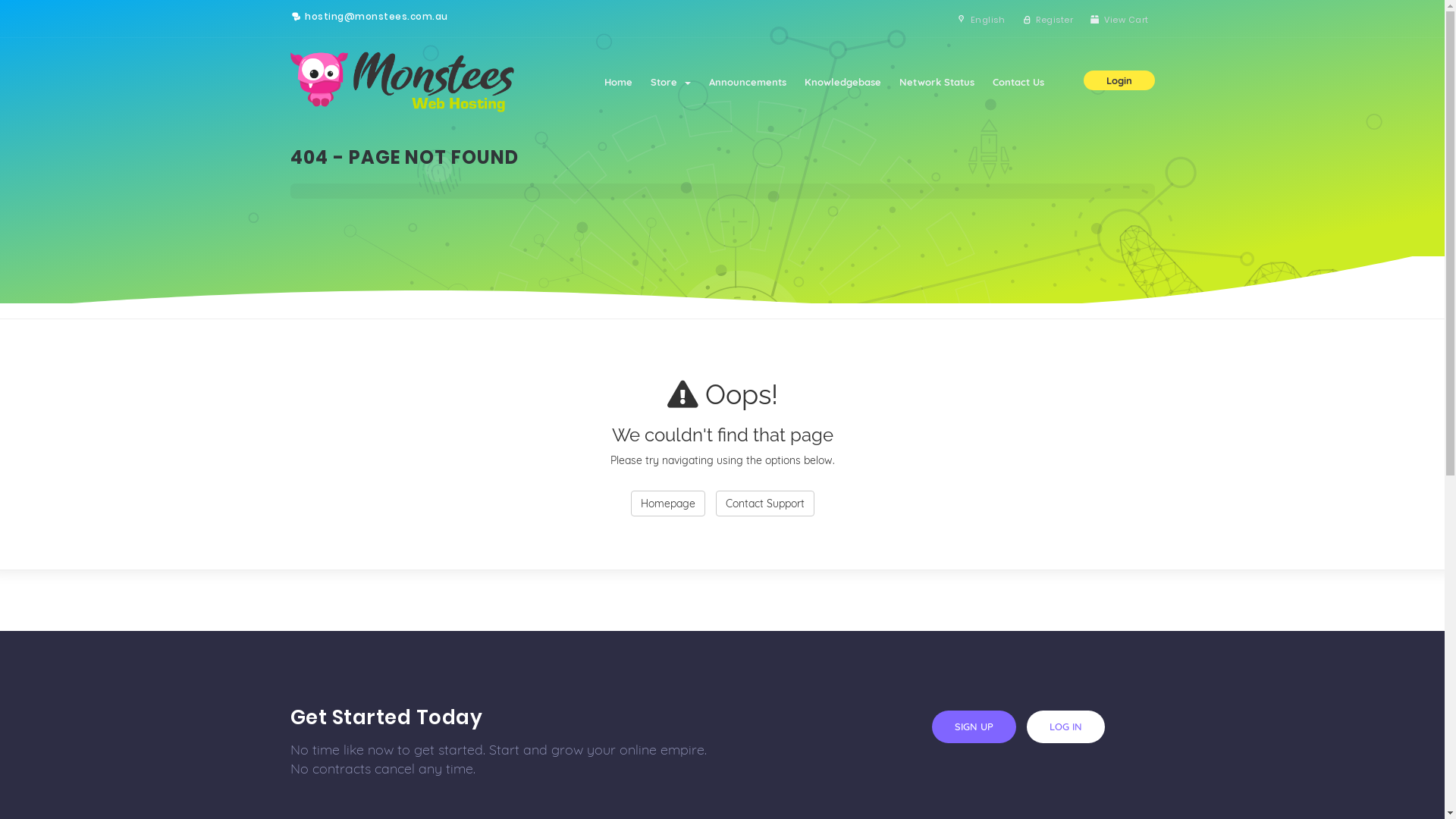  I want to click on 'English', so click(979, 20).